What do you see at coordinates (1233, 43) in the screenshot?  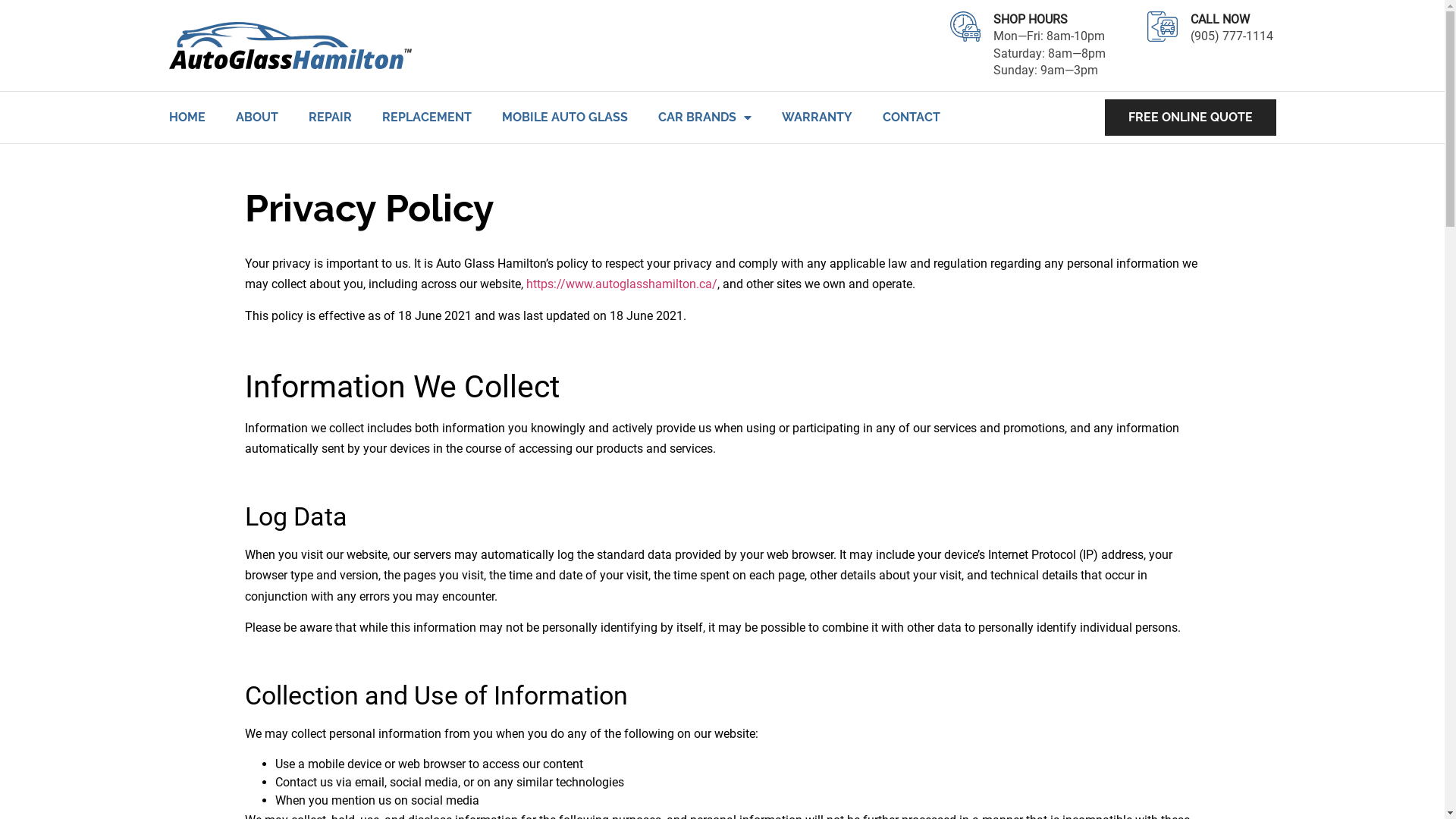 I see `'(905) 777-1114'` at bounding box center [1233, 43].